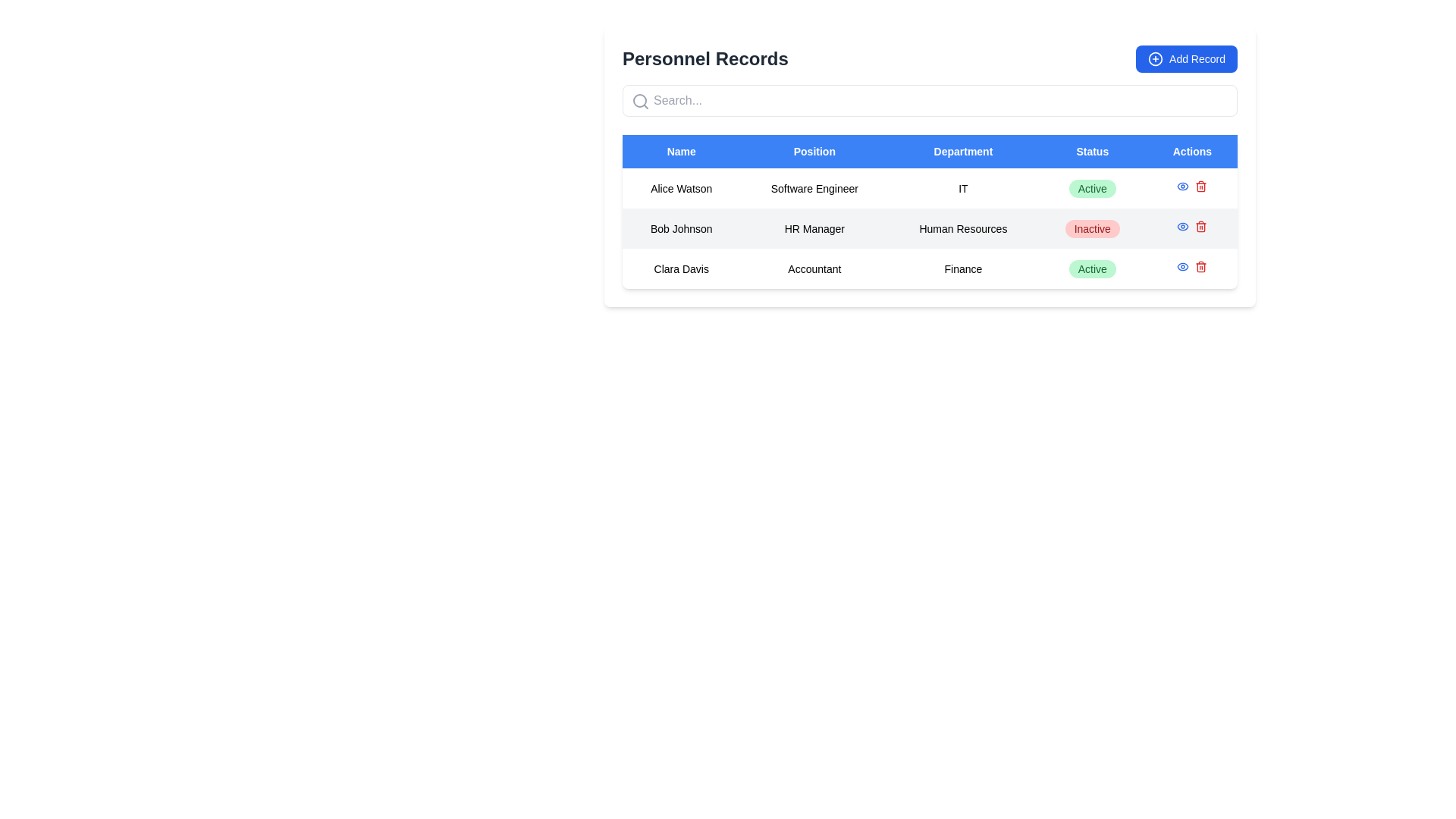 This screenshot has width=1456, height=819. Describe the element at coordinates (962, 152) in the screenshot. I see `the 'Department' column header in the table, which is the third header positioned between 'Position' and 'Status'` at that location.